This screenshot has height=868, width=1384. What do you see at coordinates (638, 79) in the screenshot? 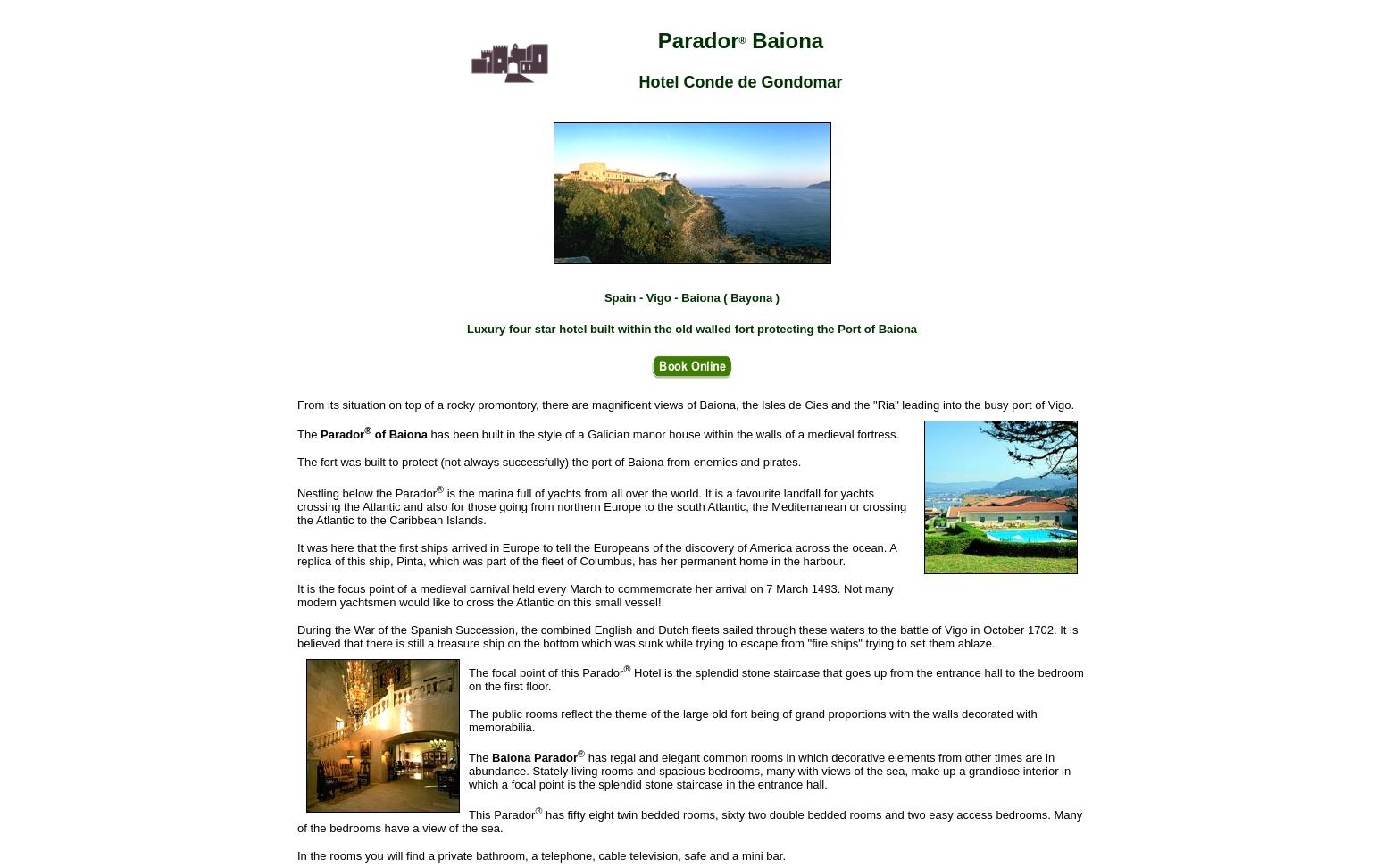
I see `'Hotel Conde de Gondomar'` at bounding box center [638, 79].